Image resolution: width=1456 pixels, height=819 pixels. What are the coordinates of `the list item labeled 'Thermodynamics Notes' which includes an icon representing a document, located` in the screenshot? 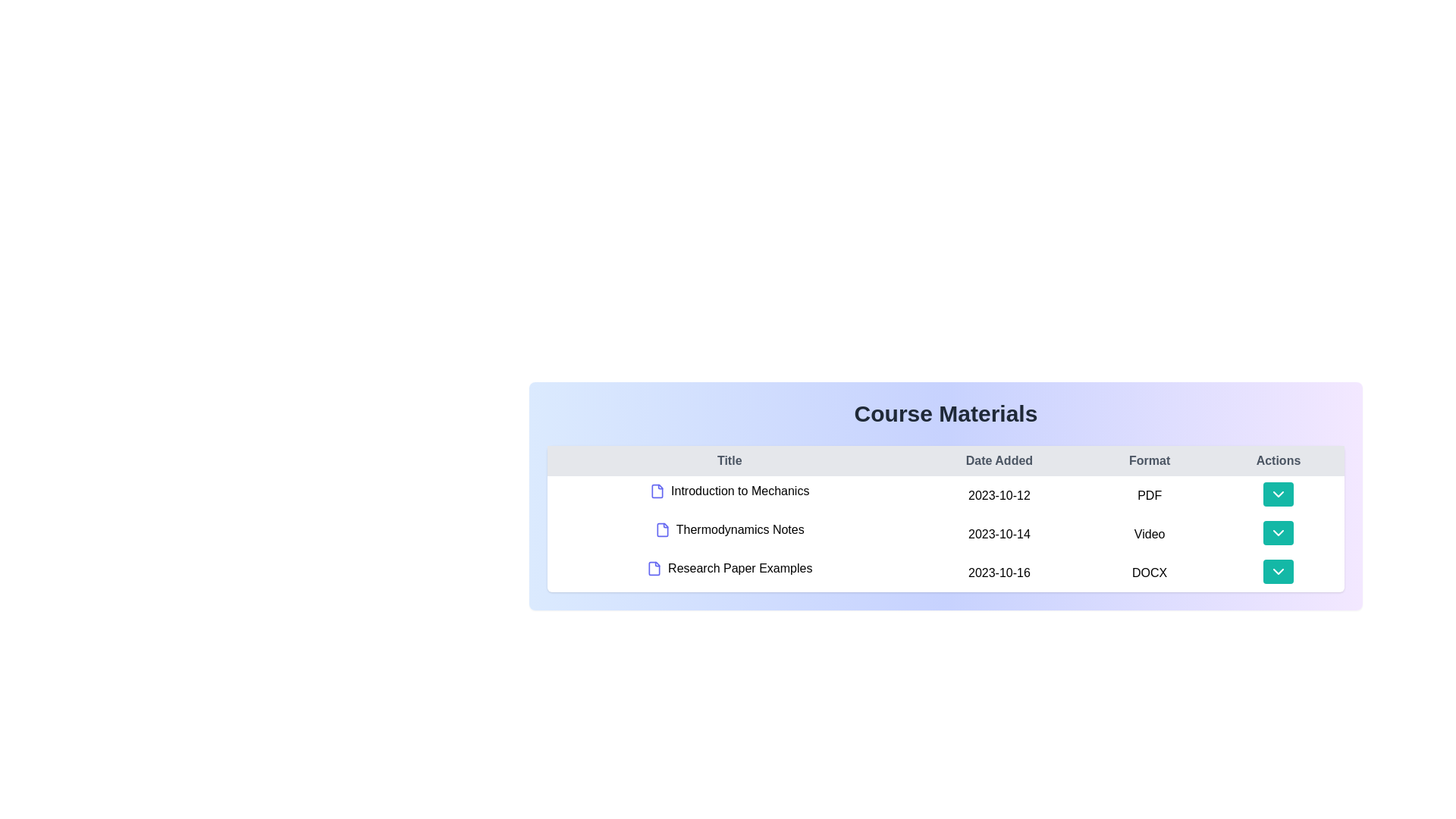 It's located at (729, 529).